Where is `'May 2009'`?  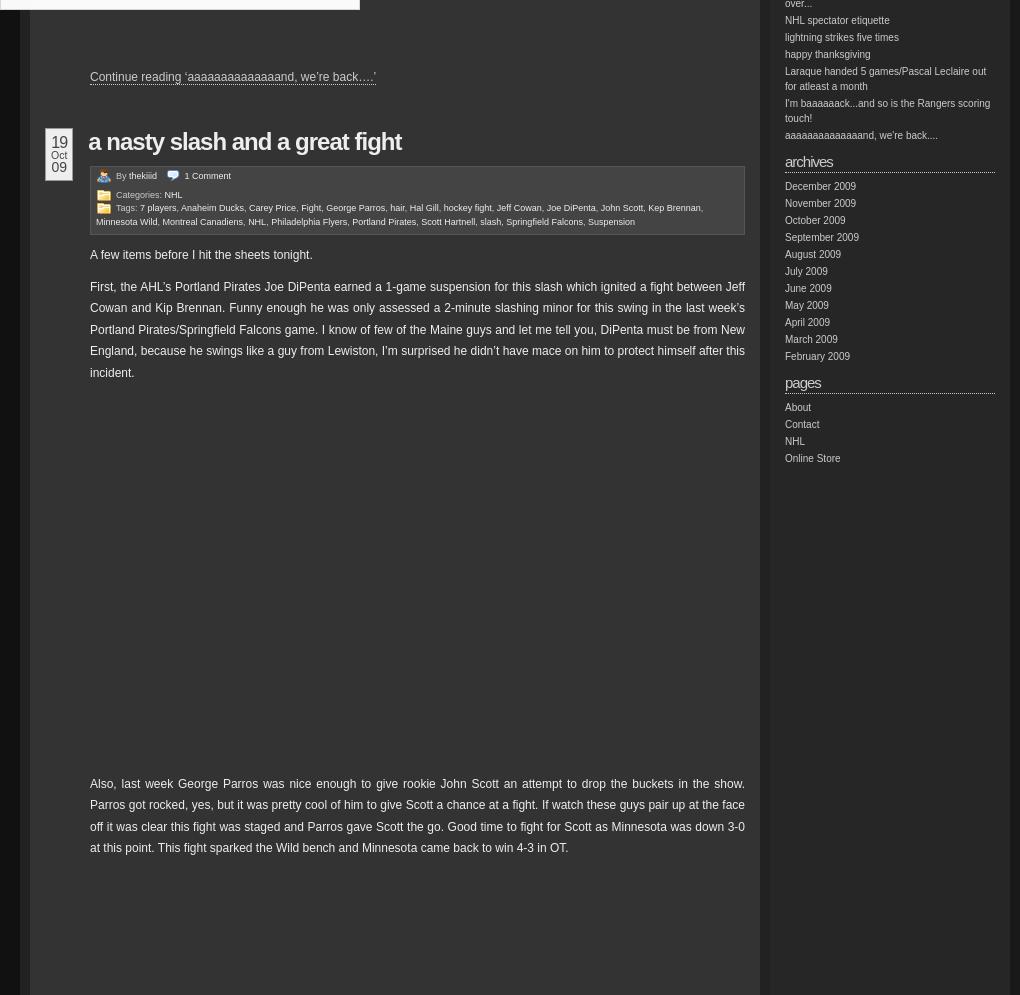
'May 2009' is located at coordinates (783, 304).